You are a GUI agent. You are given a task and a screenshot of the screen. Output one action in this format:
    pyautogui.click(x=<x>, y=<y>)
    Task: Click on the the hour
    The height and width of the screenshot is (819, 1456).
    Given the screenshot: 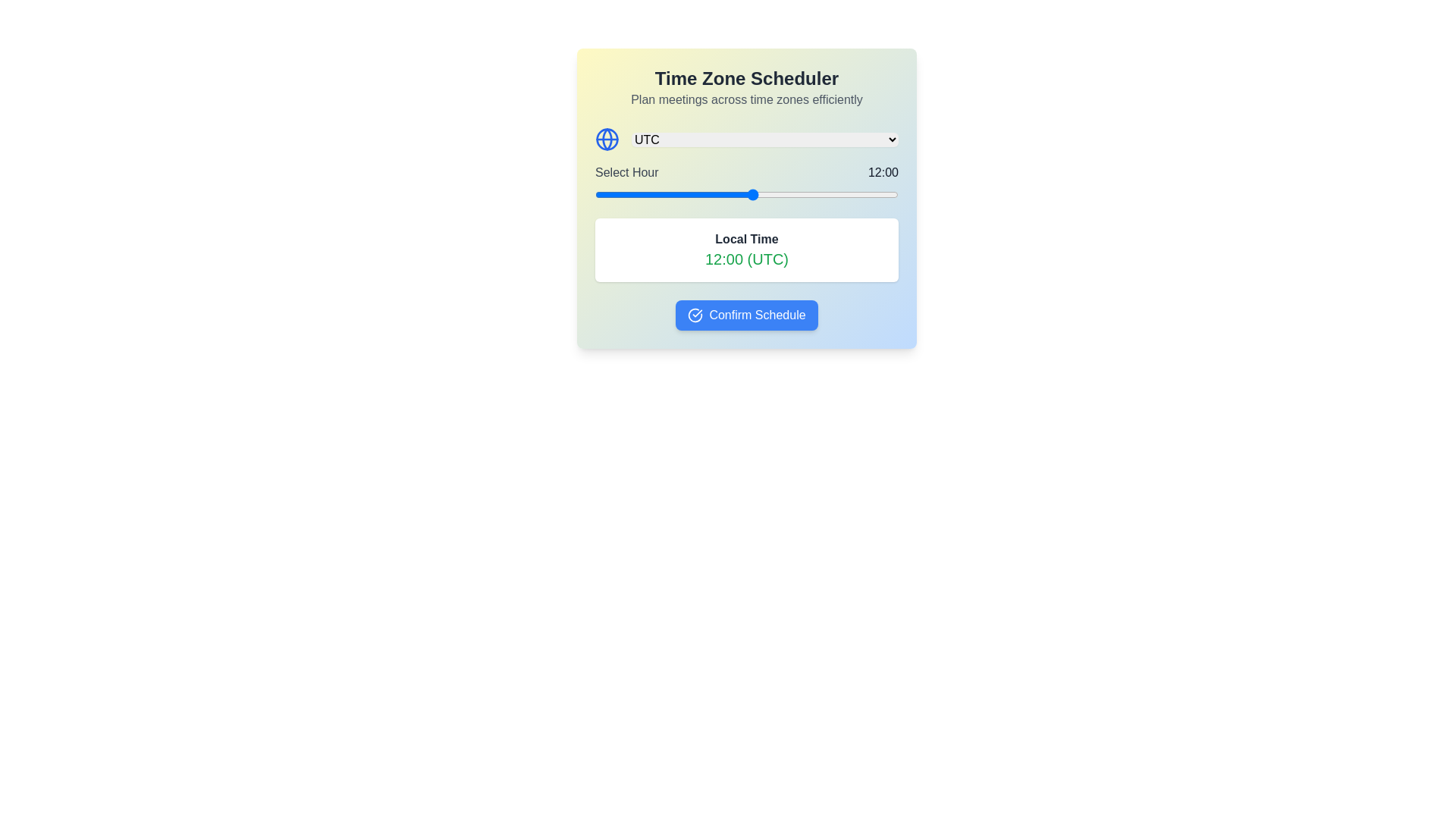 What is the action you would take?
    pyautogui.click(x=621, y=194)
    